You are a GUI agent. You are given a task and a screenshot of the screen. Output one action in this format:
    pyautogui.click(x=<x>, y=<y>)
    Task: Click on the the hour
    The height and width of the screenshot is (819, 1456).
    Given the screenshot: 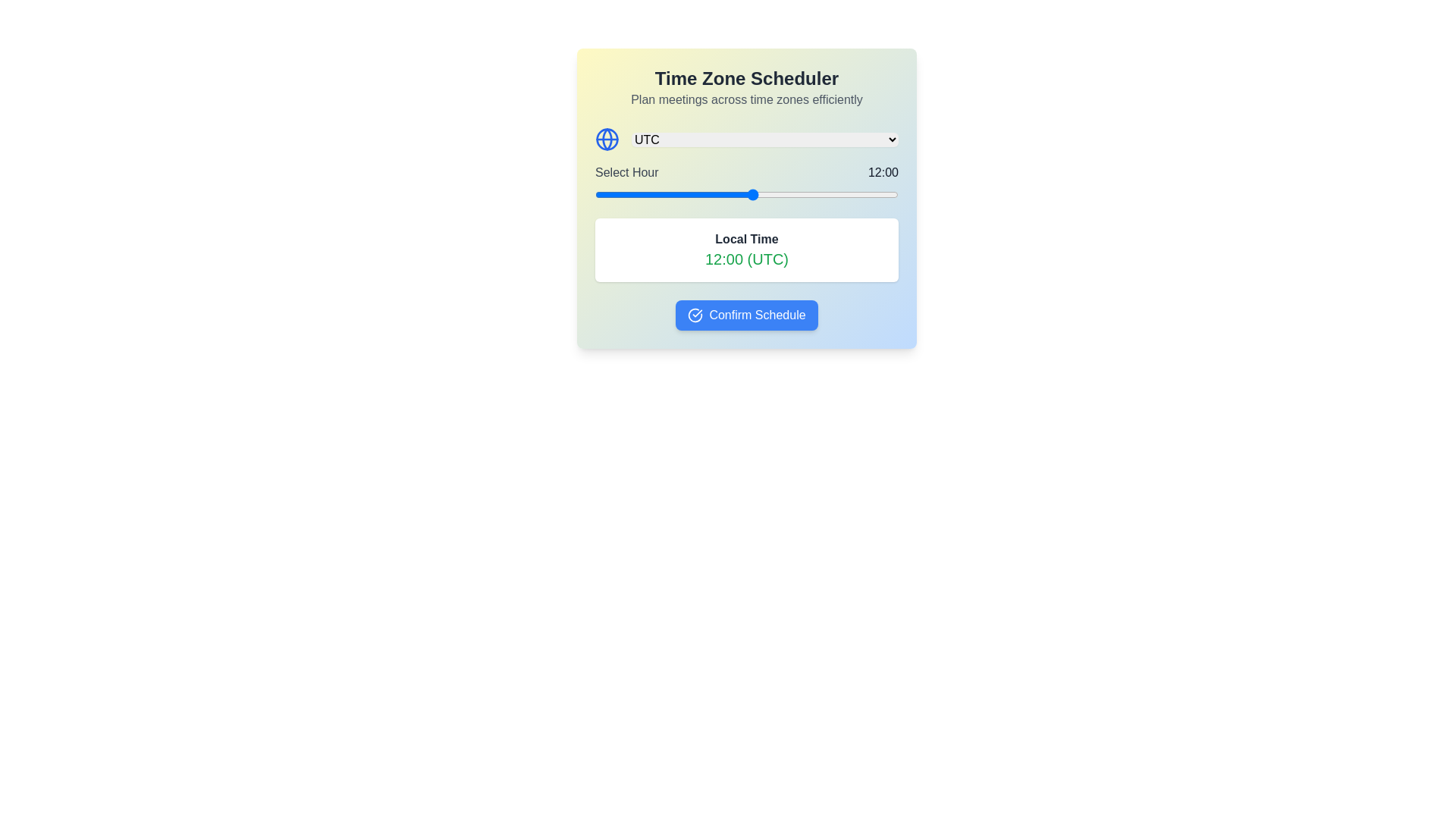 What is the action you would take?
    pyautogui.click(x=621, y=194)
    